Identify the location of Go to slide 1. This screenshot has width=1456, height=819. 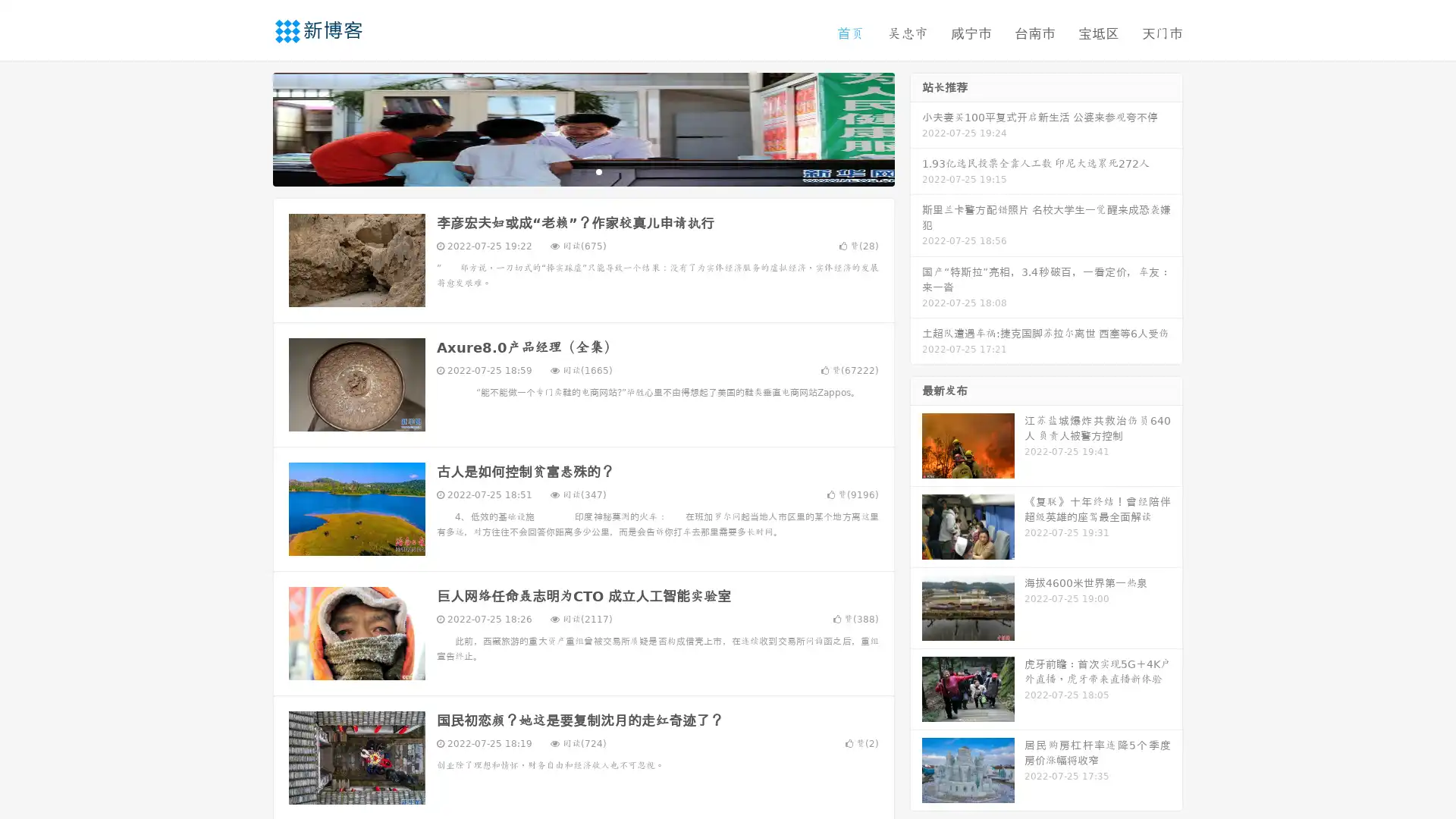
(567, 171).